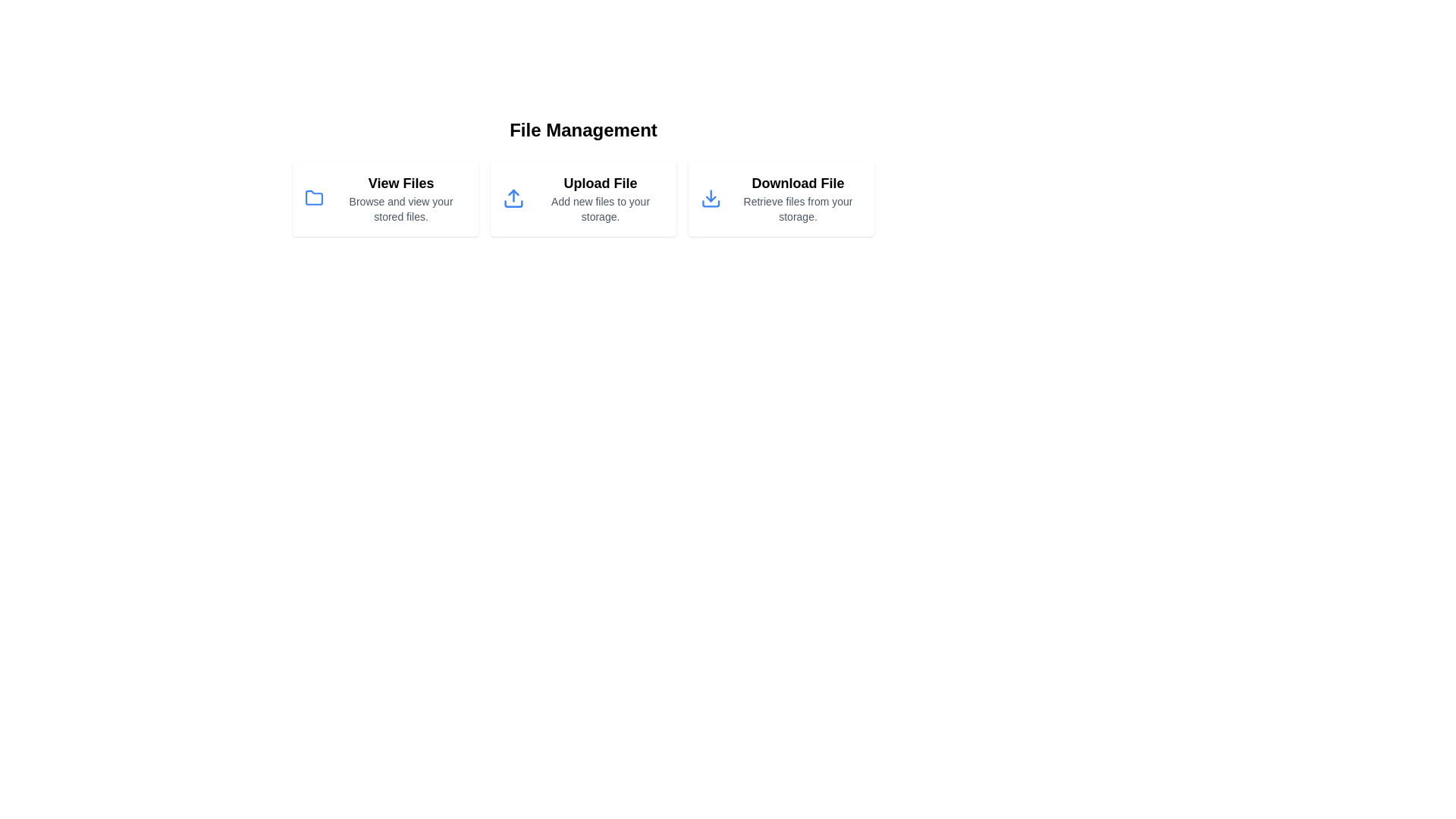  Describe the element at coordinates (582, 130) in the screenshot. I see `the centered header text displaying 'File Management', which is styled in bold and prominently placed at the top of the section` at that location.